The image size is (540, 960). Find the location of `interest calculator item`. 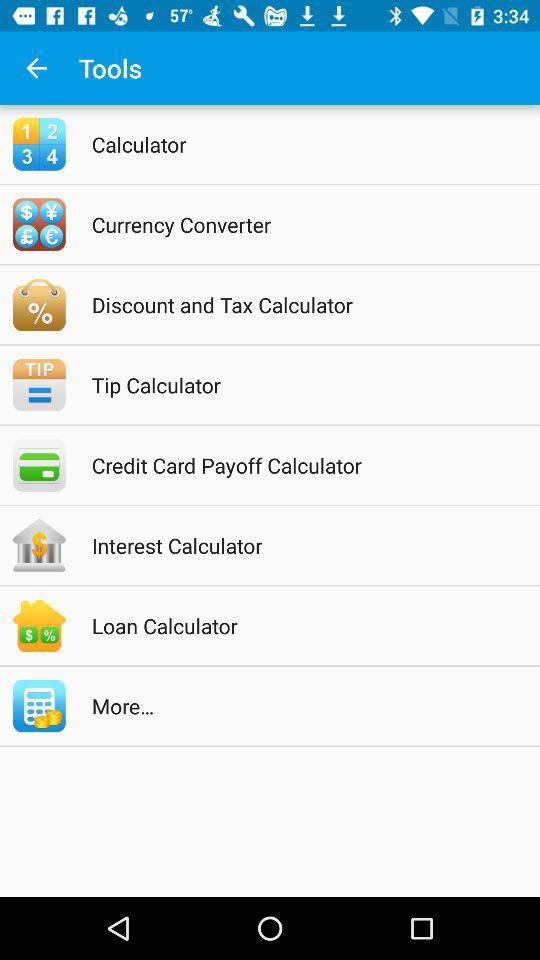

interest calculator item is located at coordinates (295, 545).